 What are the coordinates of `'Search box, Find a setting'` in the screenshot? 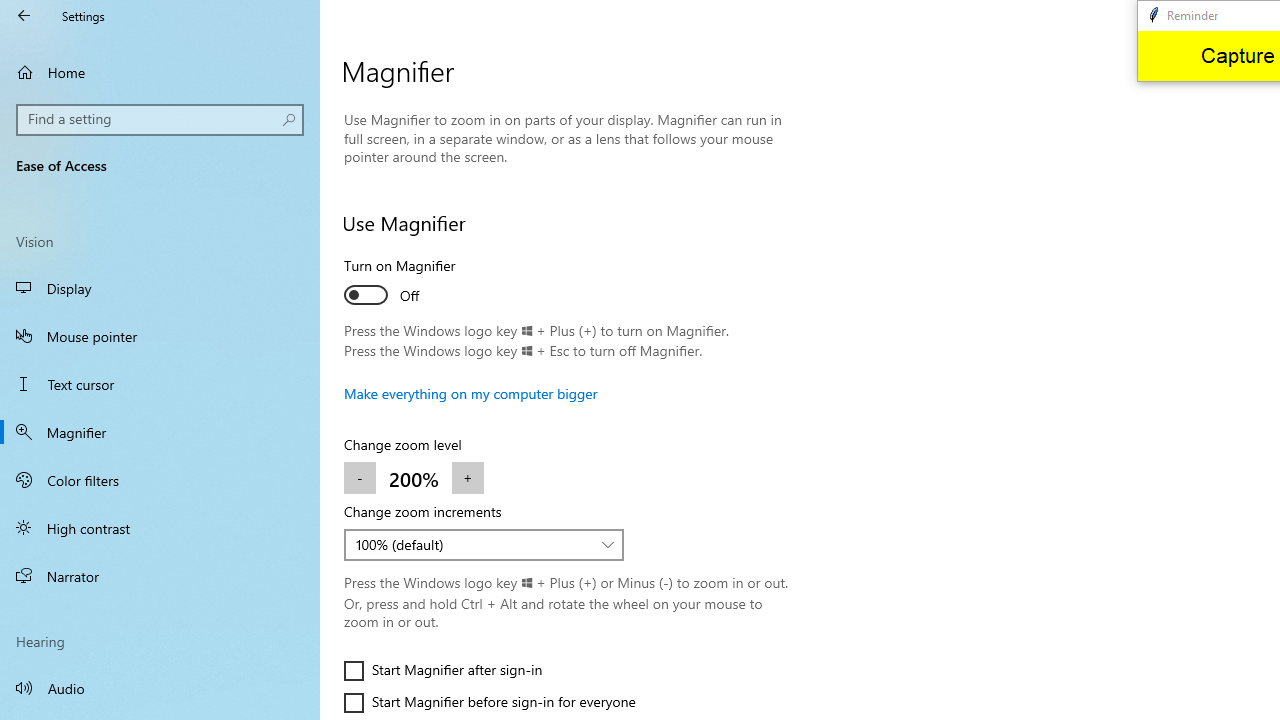 It's located at (160, 119).